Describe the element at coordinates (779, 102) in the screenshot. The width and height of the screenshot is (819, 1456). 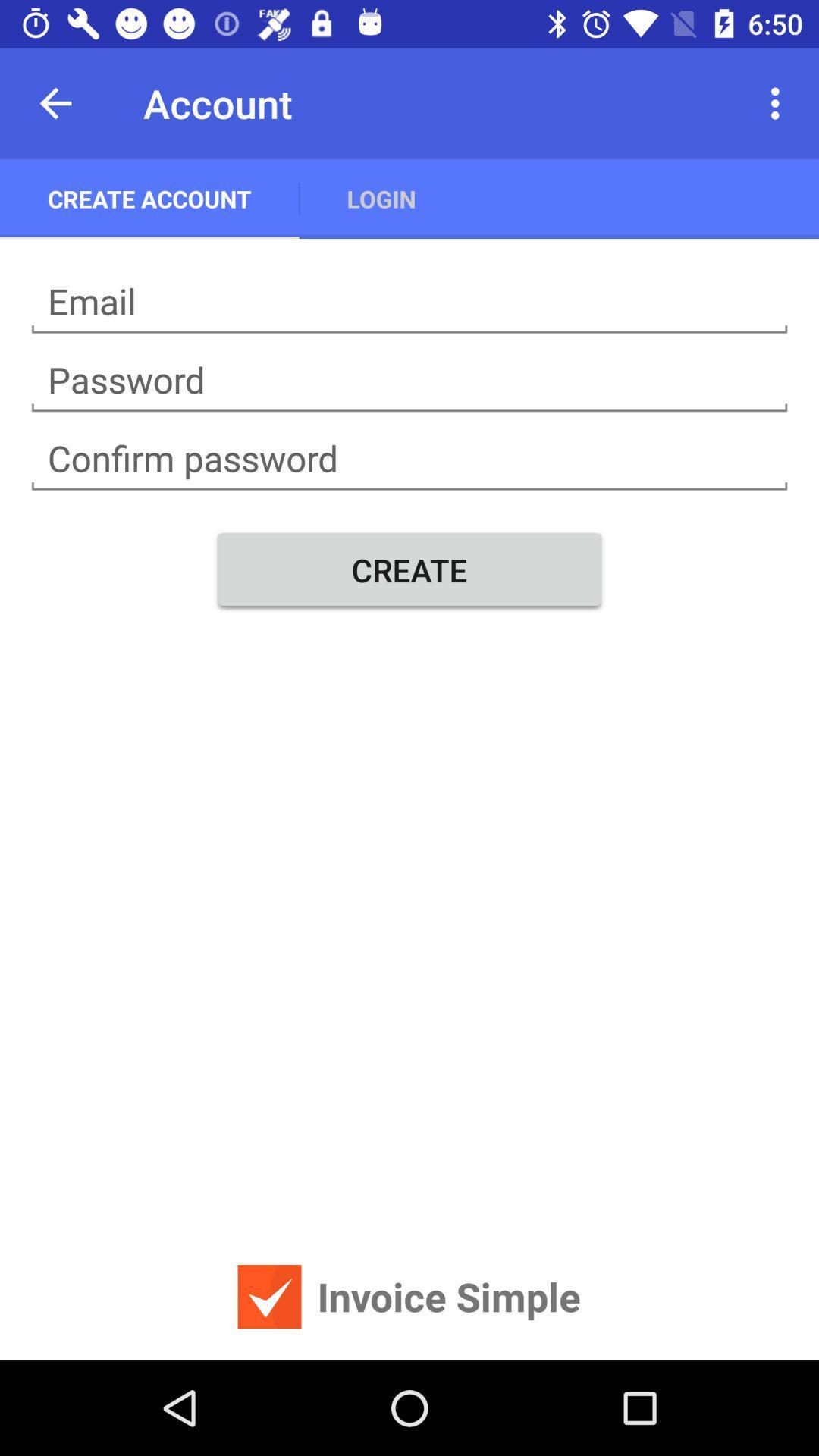
I see `item at the top right corner` at that location.